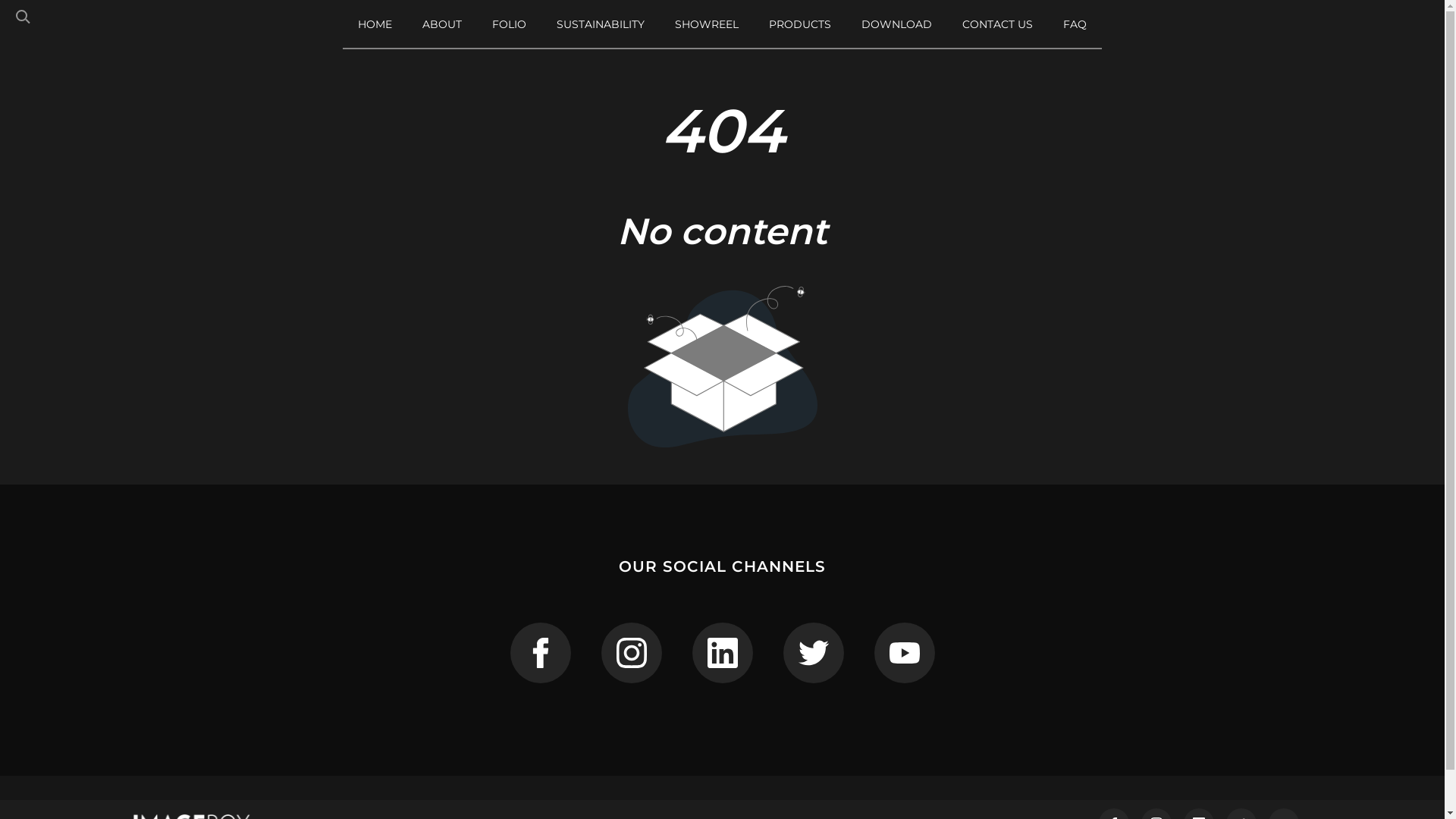 The width and height of the screenshot is (1456, 819). Describe the element at coordinates (846, 24) in the screenshot. I see `'DOWNLOAD'` at that location.